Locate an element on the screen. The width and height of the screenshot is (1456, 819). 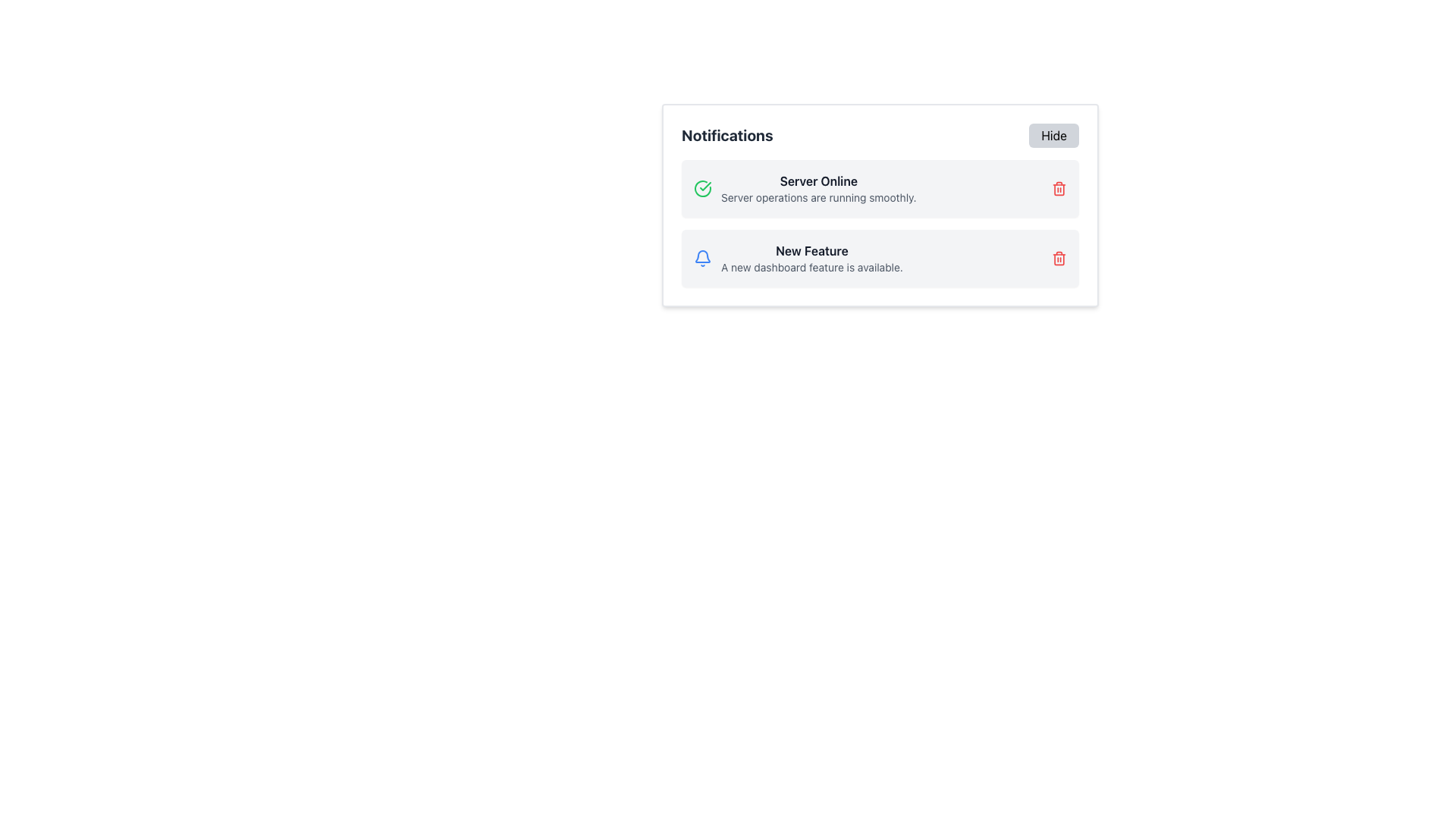
notification title and details from the first notification card located in the 'Notifications' section, positioned above the 'New Feature' notification and below the 'Hide' button is located at coordinates (880, 205).